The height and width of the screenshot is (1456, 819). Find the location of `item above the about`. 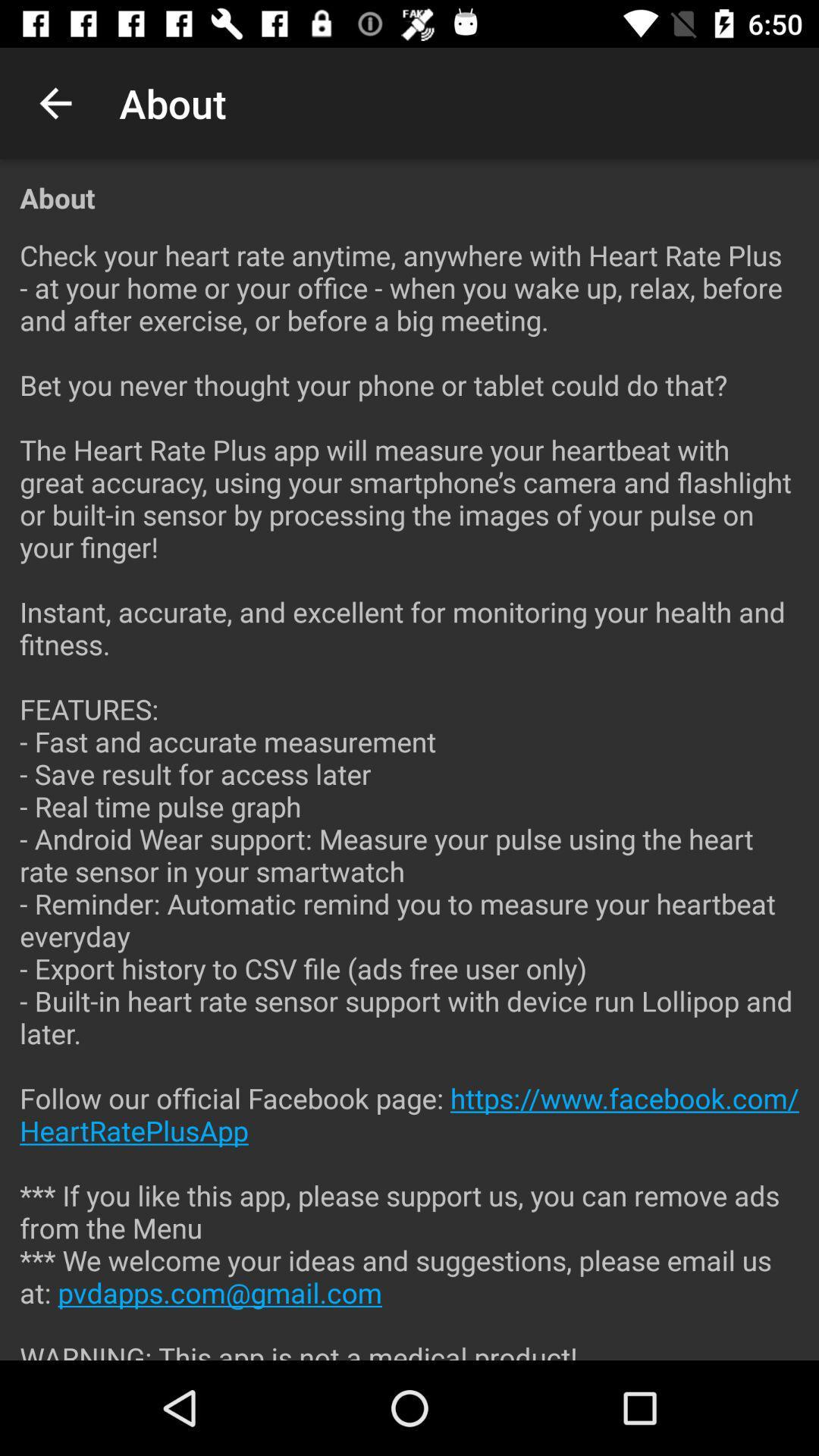

item above the about is located at coordinates (55, 102).